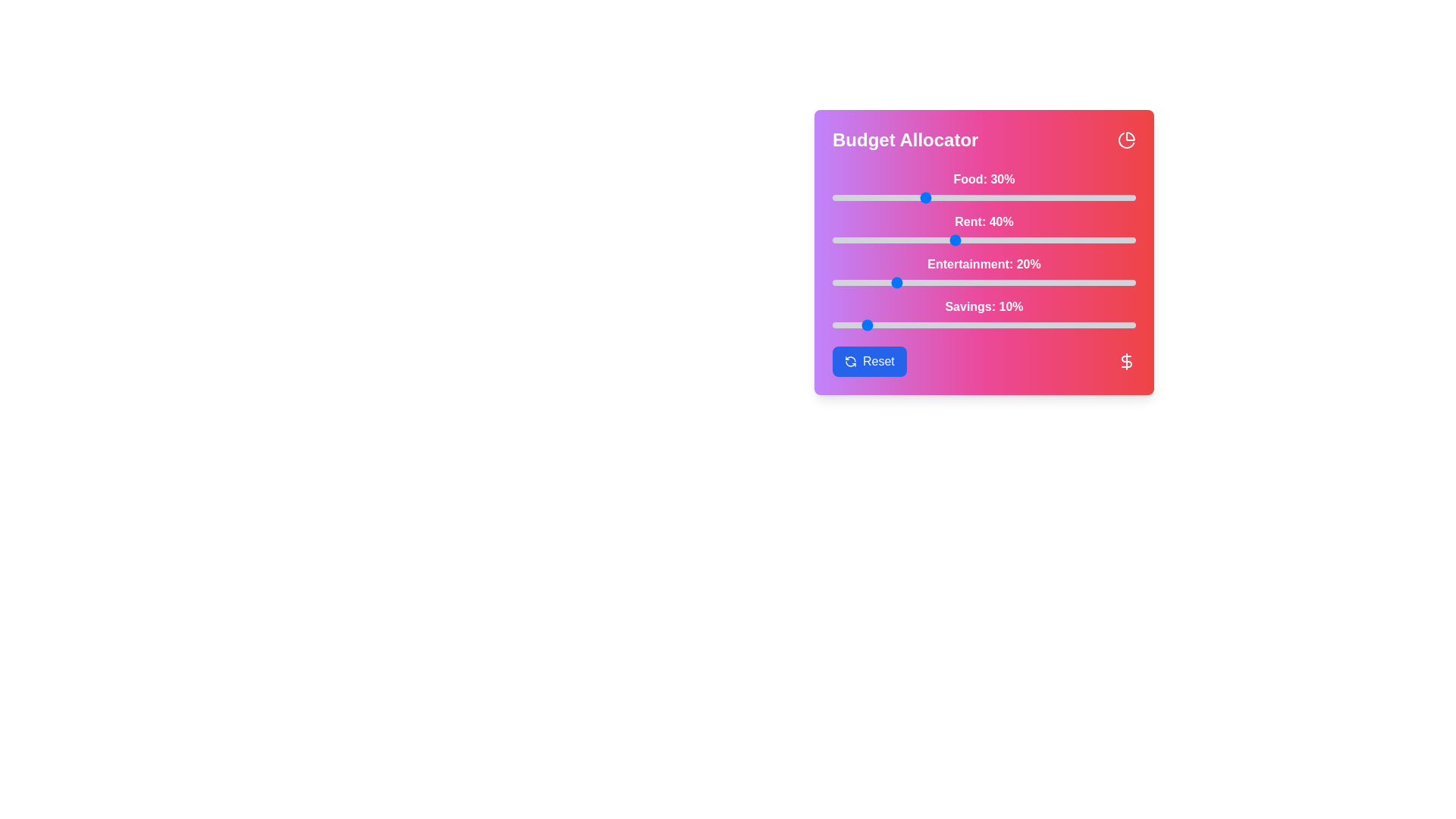 The width and height of the screenshot is (1456, 819). Describe the element at coordinates (1084, 197) in the screenshot. I see `'Food' slider` at that location.